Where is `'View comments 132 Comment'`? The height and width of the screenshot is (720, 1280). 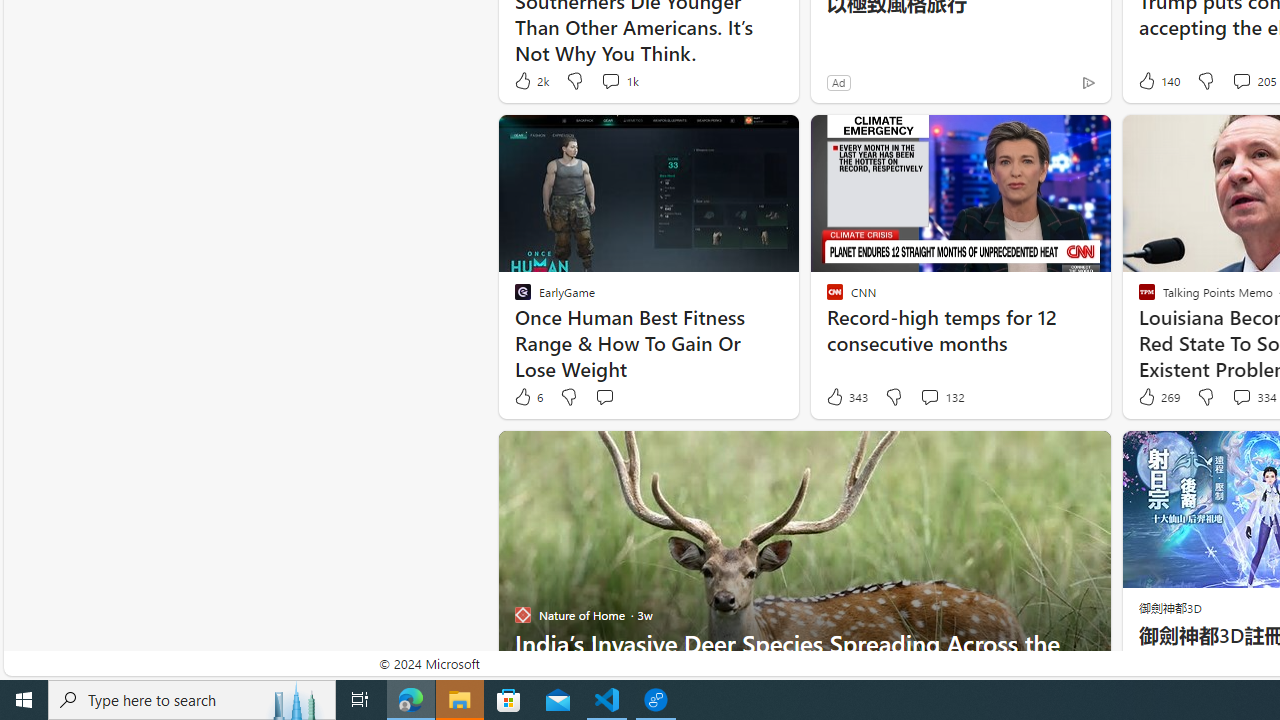
'View comments 132 Comment' is located at coordinates (928, 397).